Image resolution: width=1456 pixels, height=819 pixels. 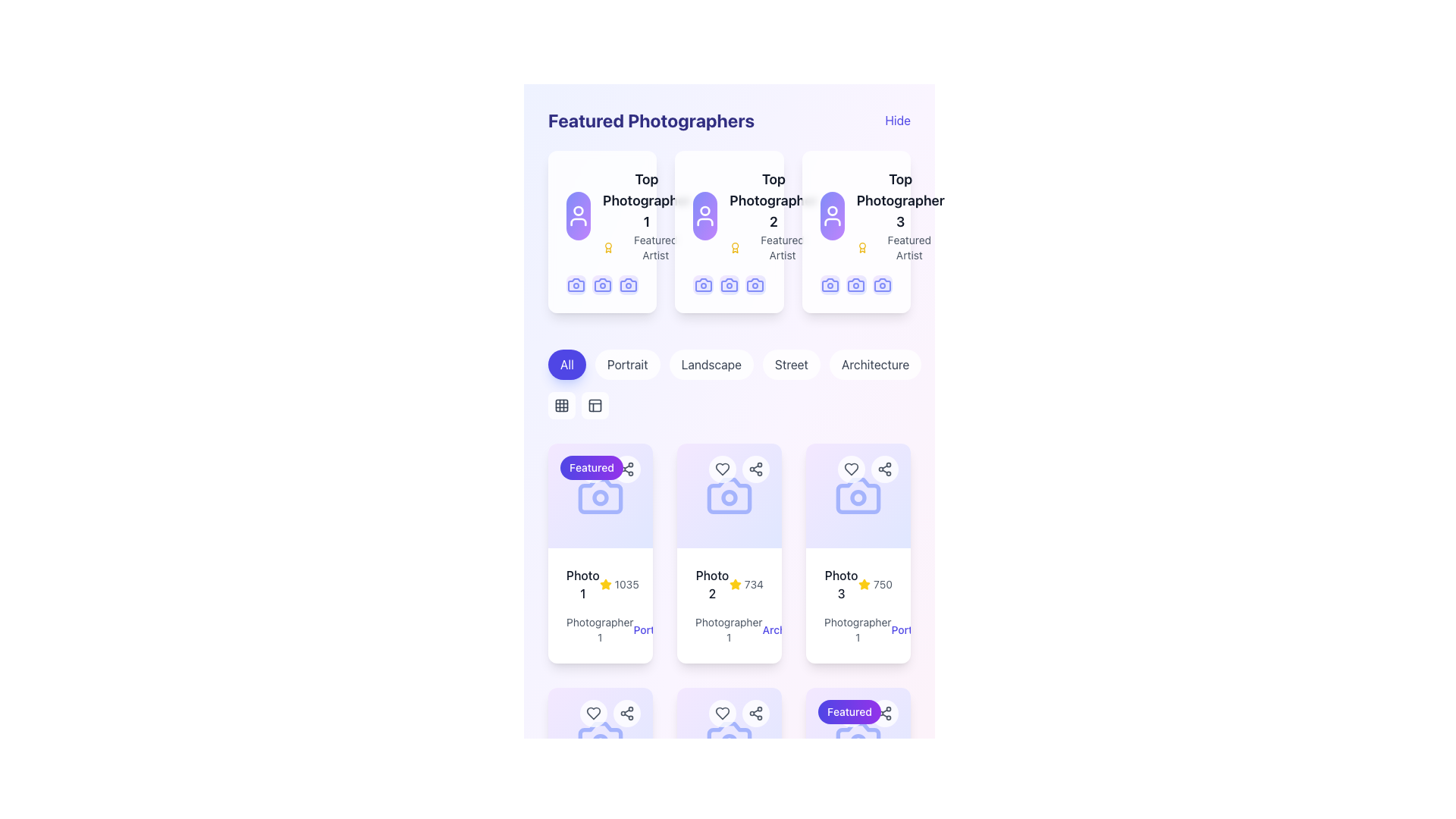 What do you see at coordinates (735, 365) in the screenshot?
I see `keyboard navigation` at bounding box center [735, 365].